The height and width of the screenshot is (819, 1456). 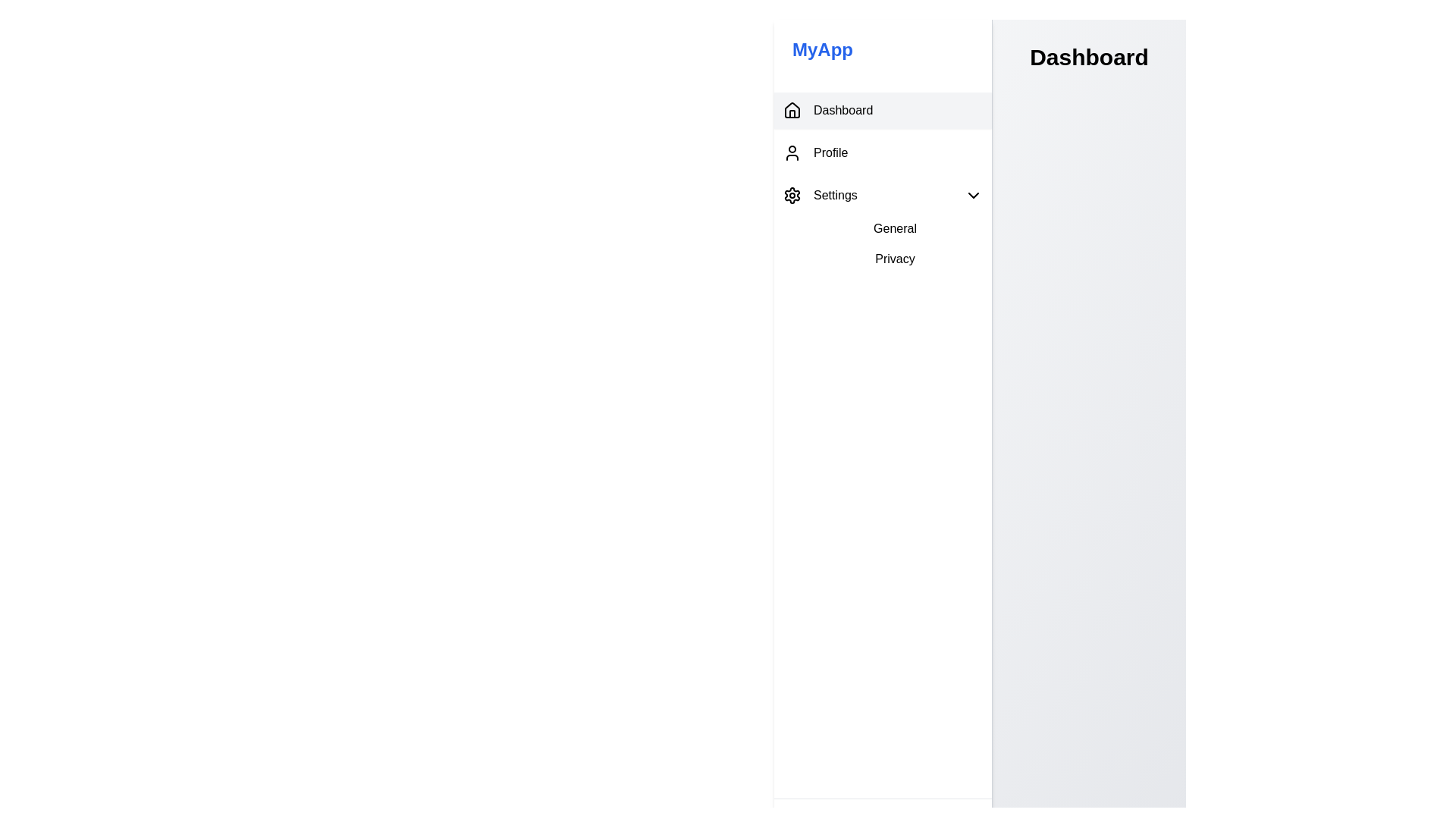 I want to click on the interactive label or text link related to privacy settings located in the left-side navigation menu under 'Settings', which is the second item below 'General', so click(x=895, y=259).